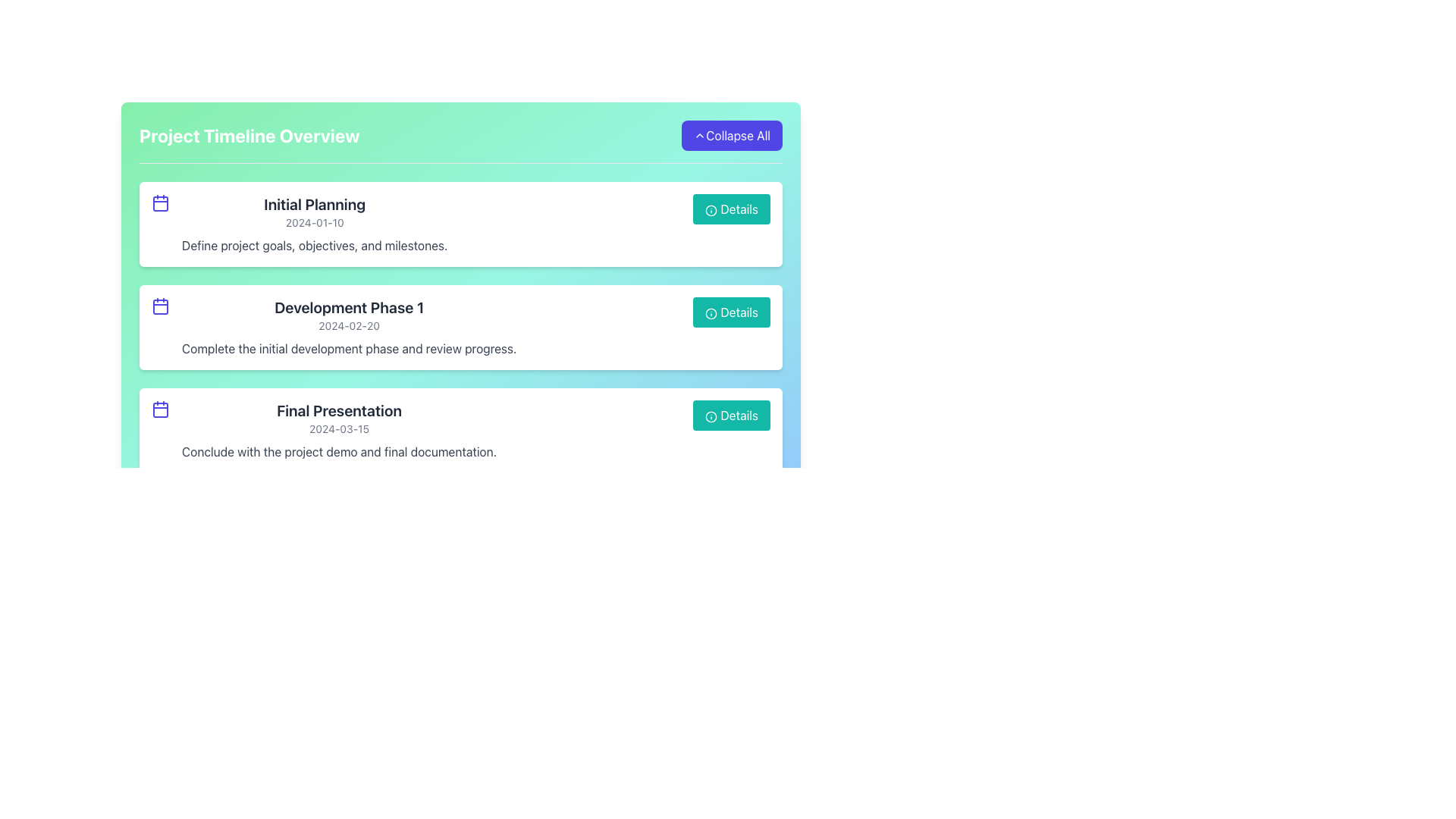 The height and width of the screenshot is (819, 1456). What do you see at coordinates (711, 416) in the screenshot?
I see `the teal circular icon located within the 'Details' button on the right side of the 'Final Presentation' timeline item` at bounding box center [711, 416].